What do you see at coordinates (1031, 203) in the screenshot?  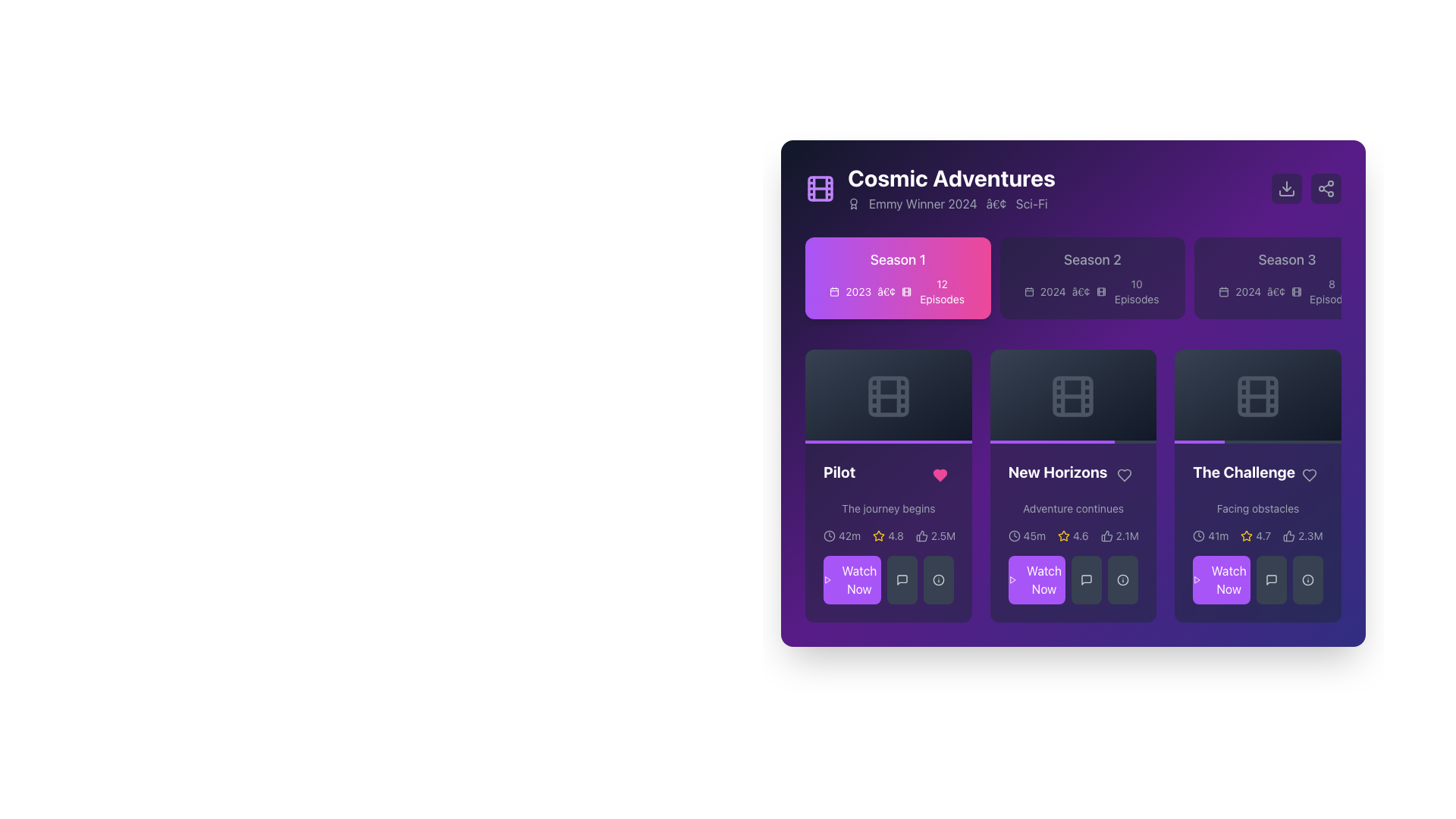 I see `genre information from the text label displaying 'Sci-Fi' in light gray font on a purple background, positioned to the far right after 'Emmy Winner 2024' and a dot symbol` at bounding box center [1031, 203].